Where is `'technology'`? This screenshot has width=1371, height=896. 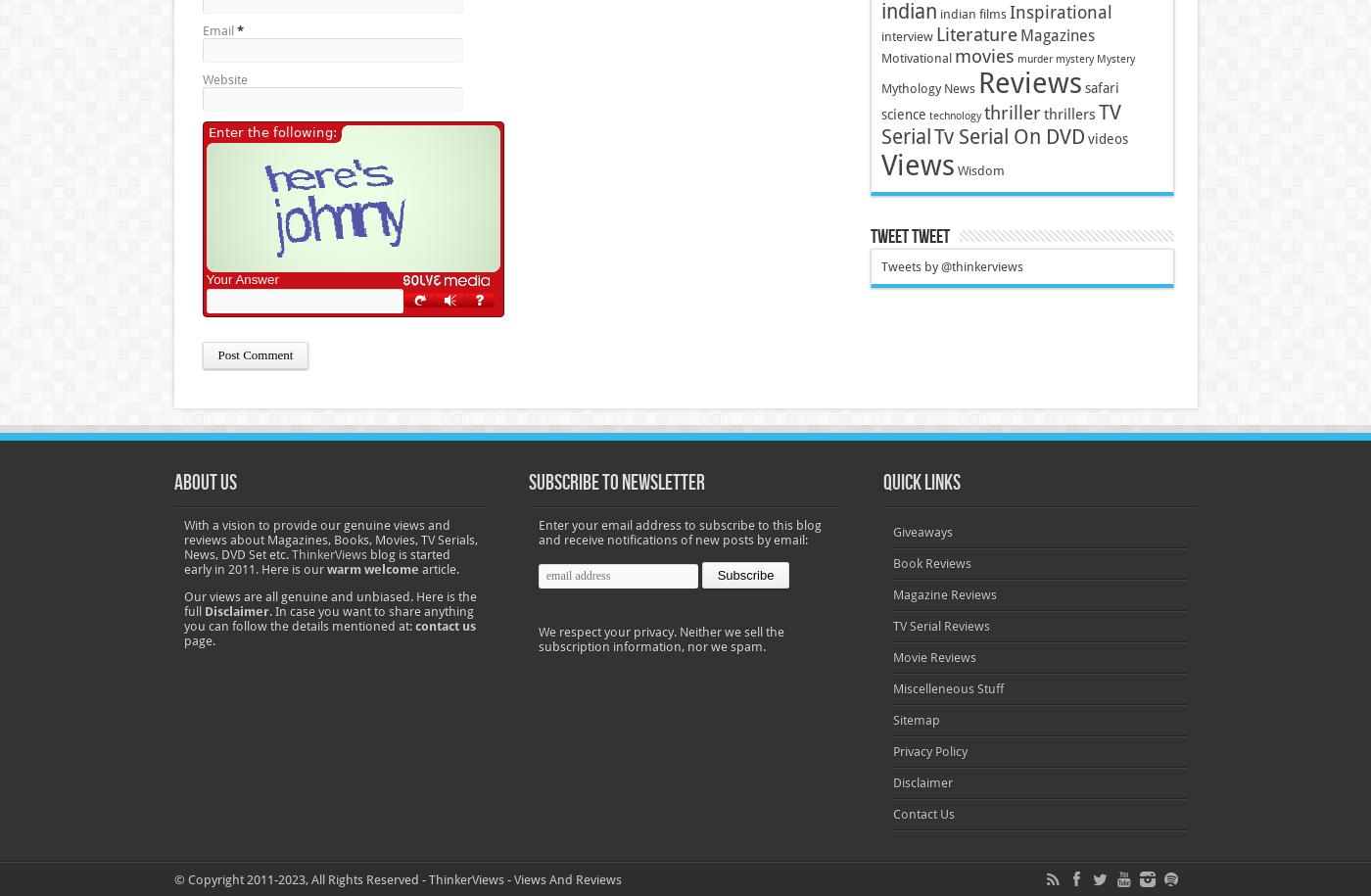
'technology' is located at coordinates (954, 116).